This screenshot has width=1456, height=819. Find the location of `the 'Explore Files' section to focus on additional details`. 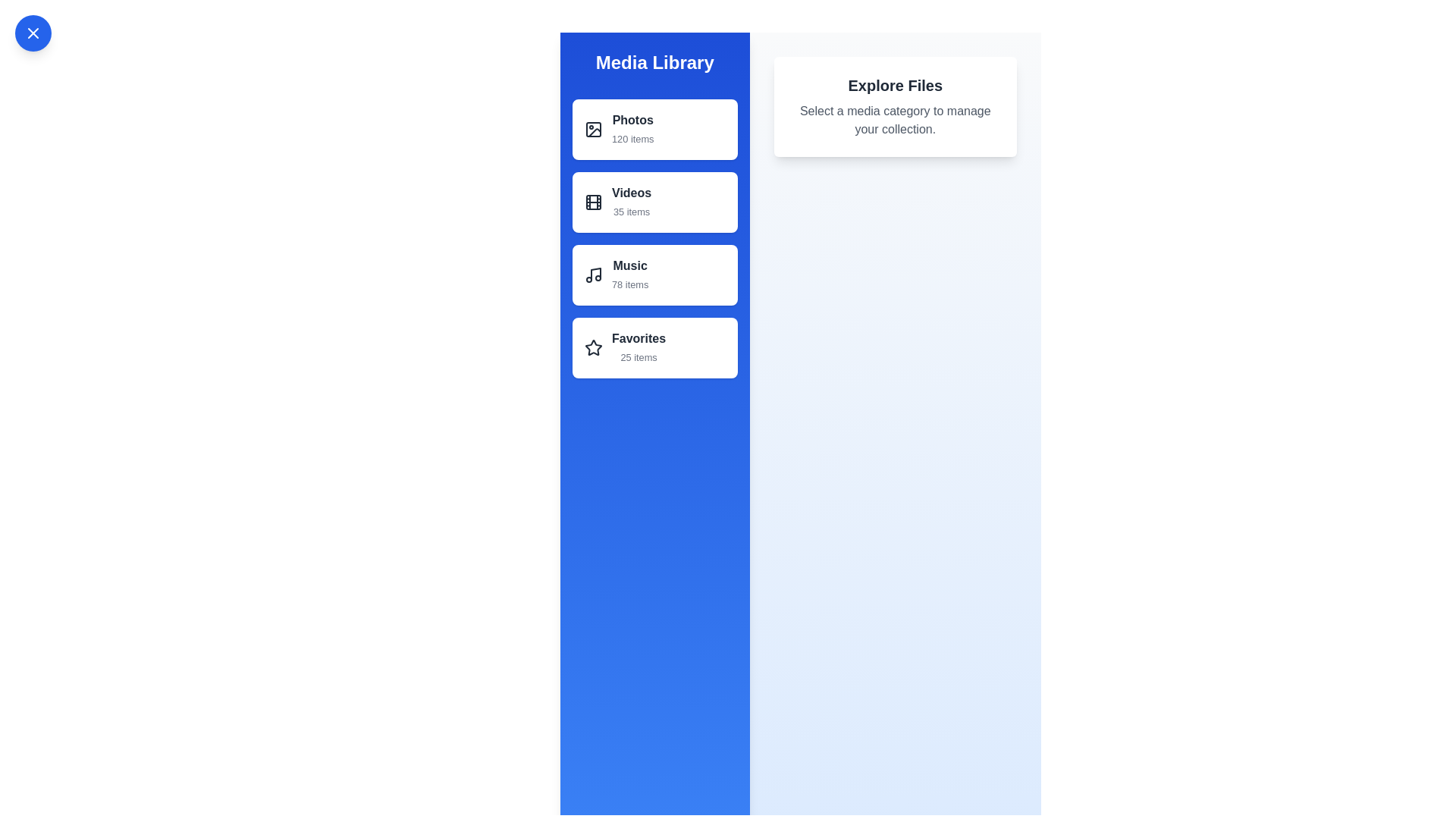

the 'Explore Files' section to focus on additional details is located at coordinates (895, 85).